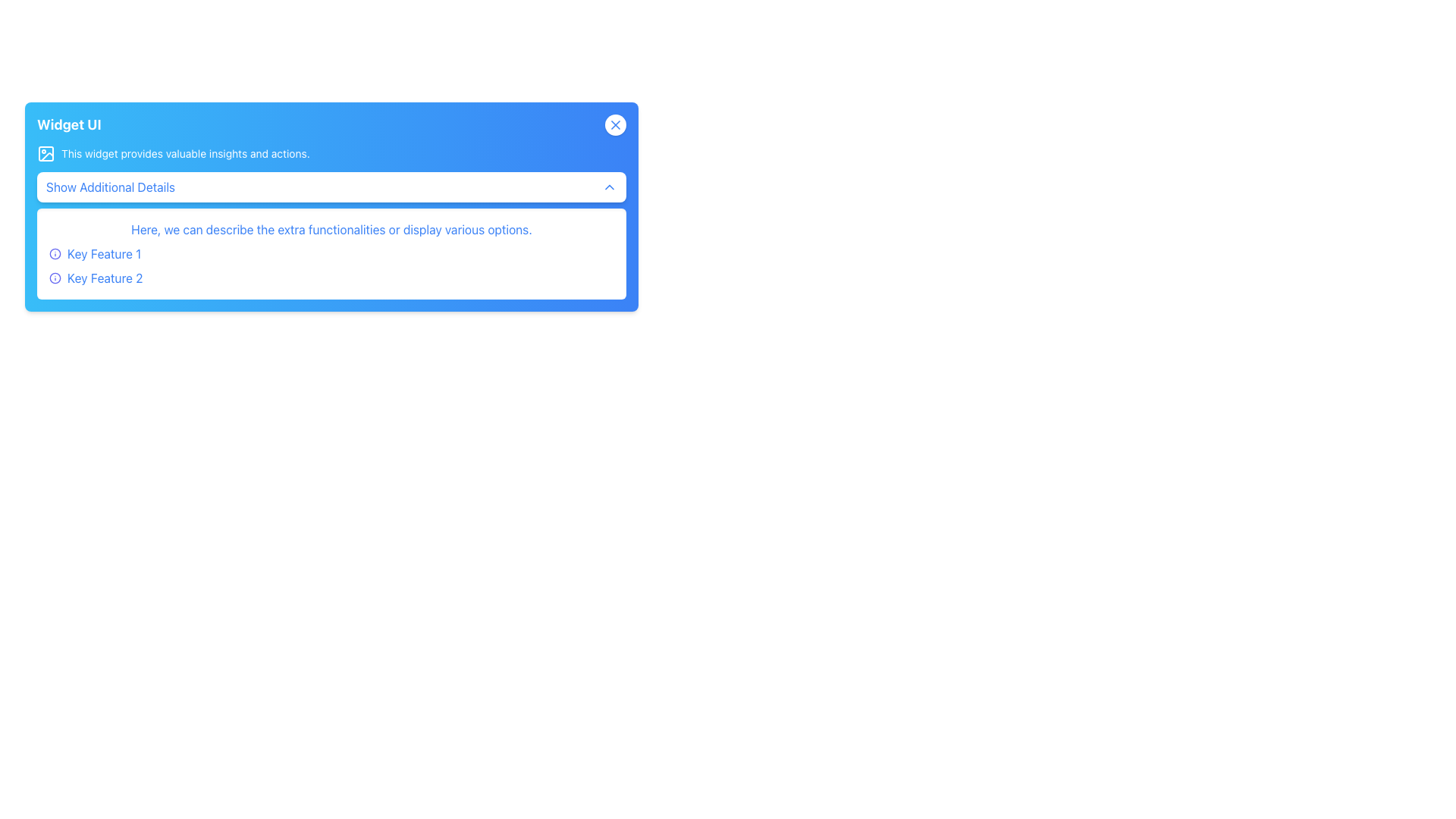 Image resolution: width=1456 pixels, height=819 pixels. I want to click on static text content displayed centrally in the 'Widget UI', positioned above the 'Show Additional Details' button, so click(331, 222).